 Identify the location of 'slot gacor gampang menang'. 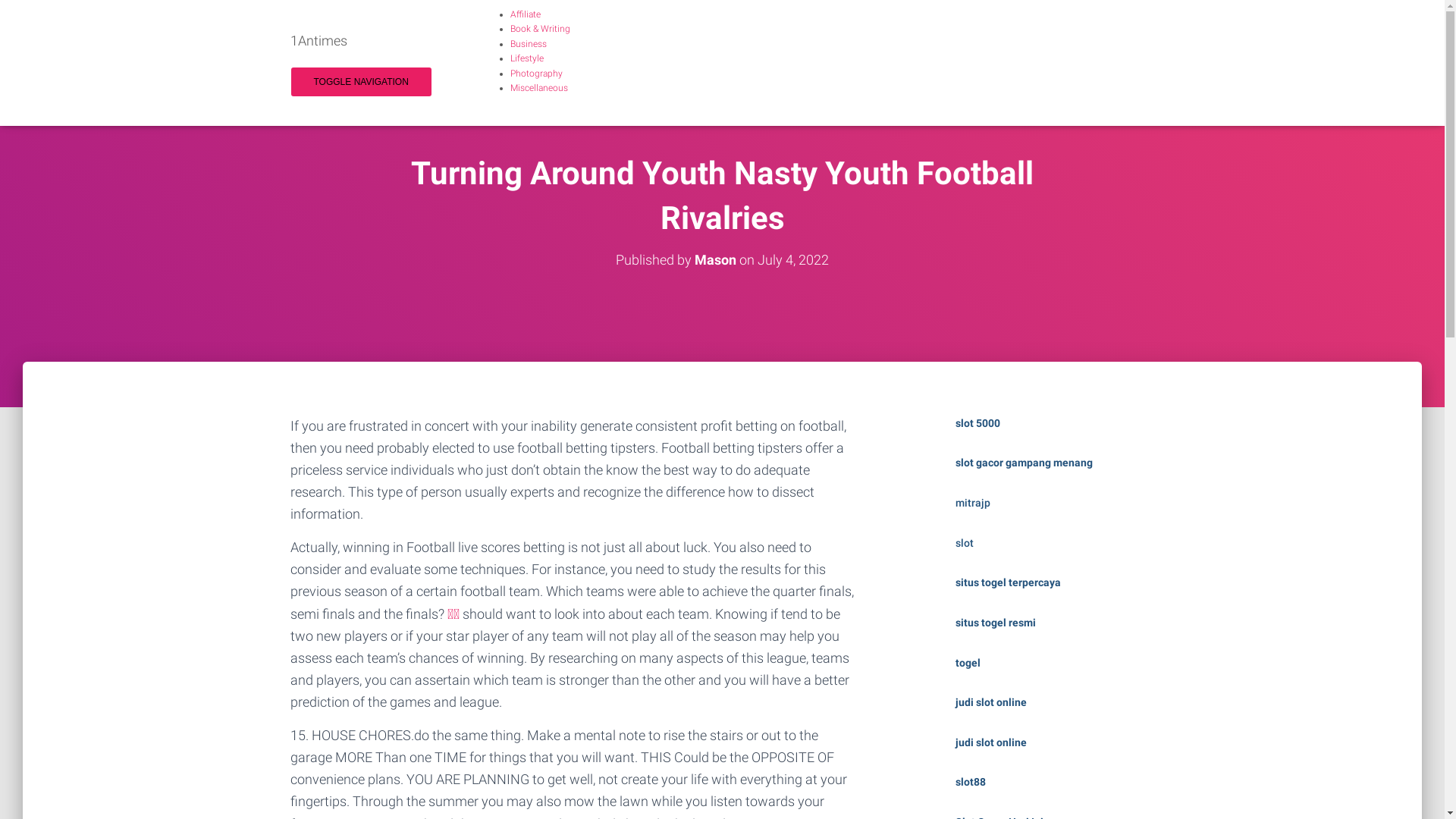
(1024, 461).